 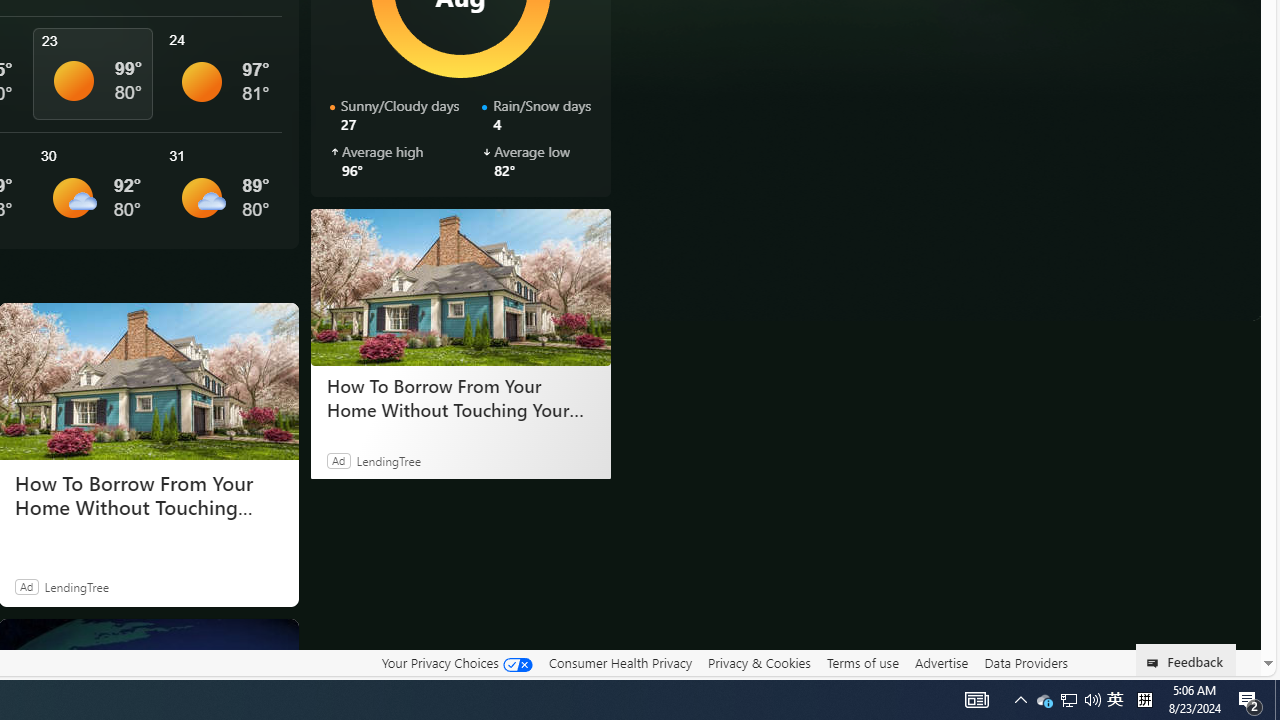 I want to click on 'Class: feedback_link_icon-DS-EntryPoint1-1', so click(x=1156, y=663).